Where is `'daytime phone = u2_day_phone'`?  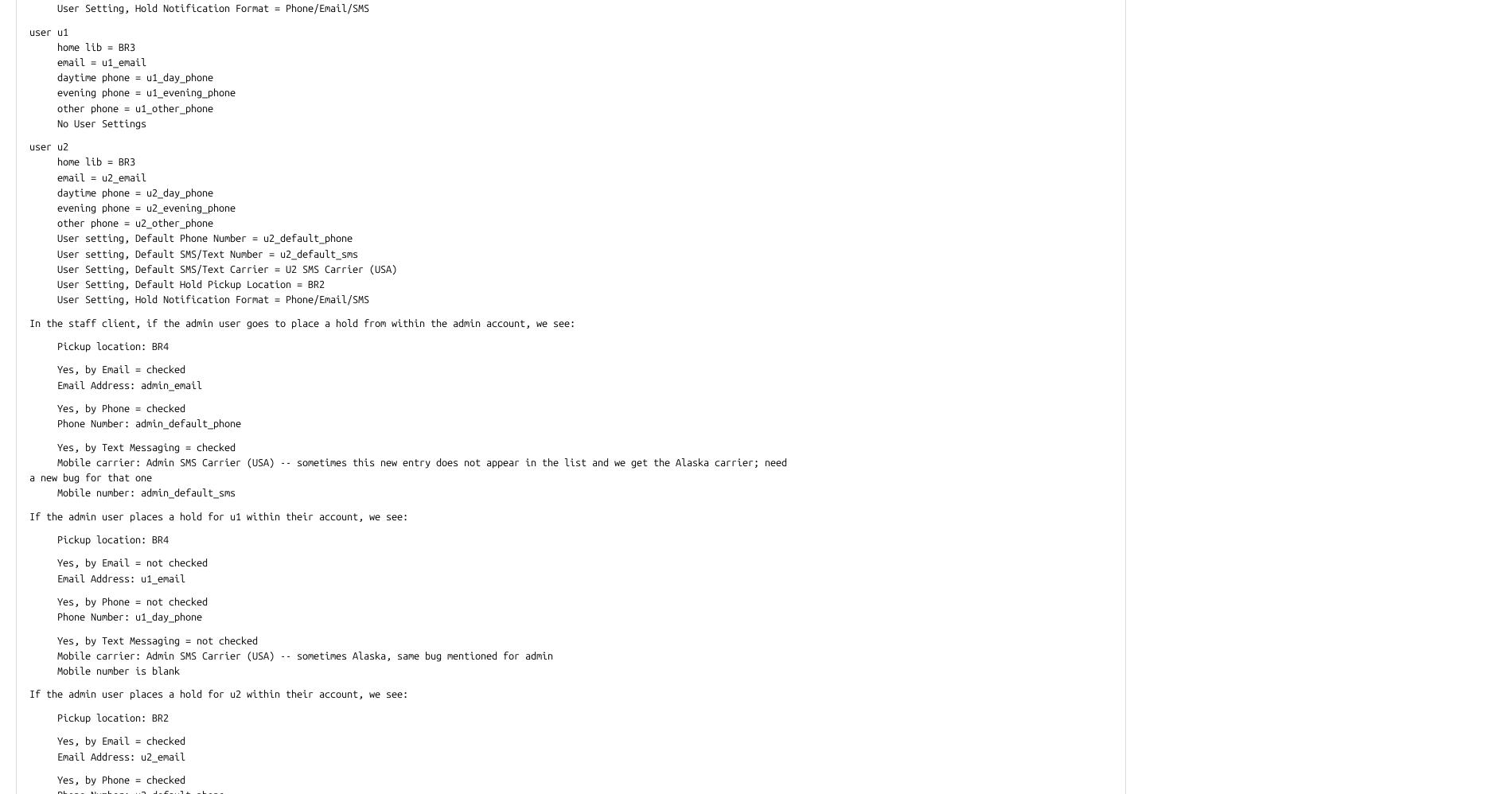 'daytime phone = u2_day_phone' is located at coordinates (121, 192).